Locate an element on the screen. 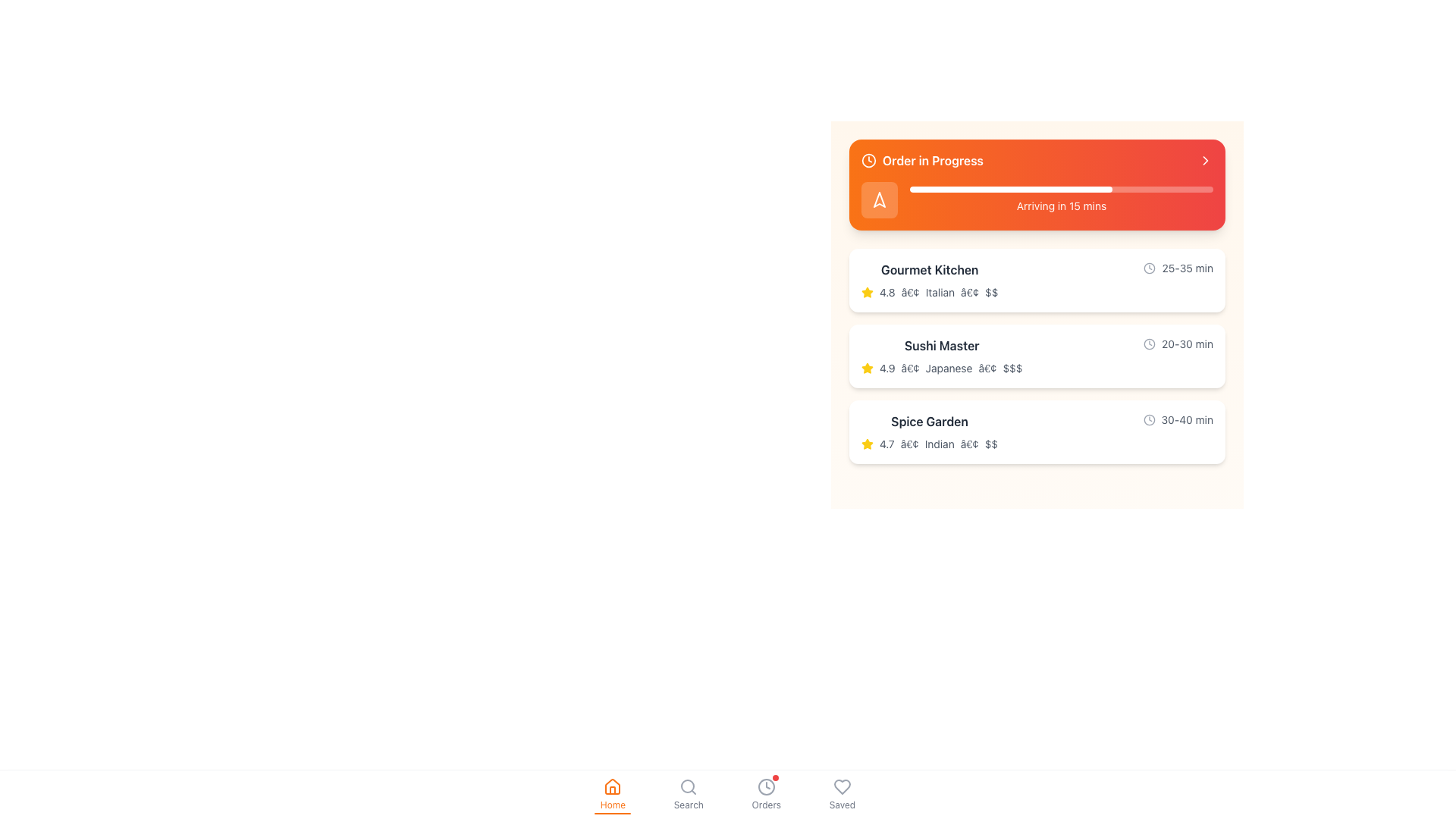 The image size is (1456, 819). the restaurant textual section labeled 'Sushi Master', which includes the rating, cuisine type, and price range is located at coordinates (941, 356).